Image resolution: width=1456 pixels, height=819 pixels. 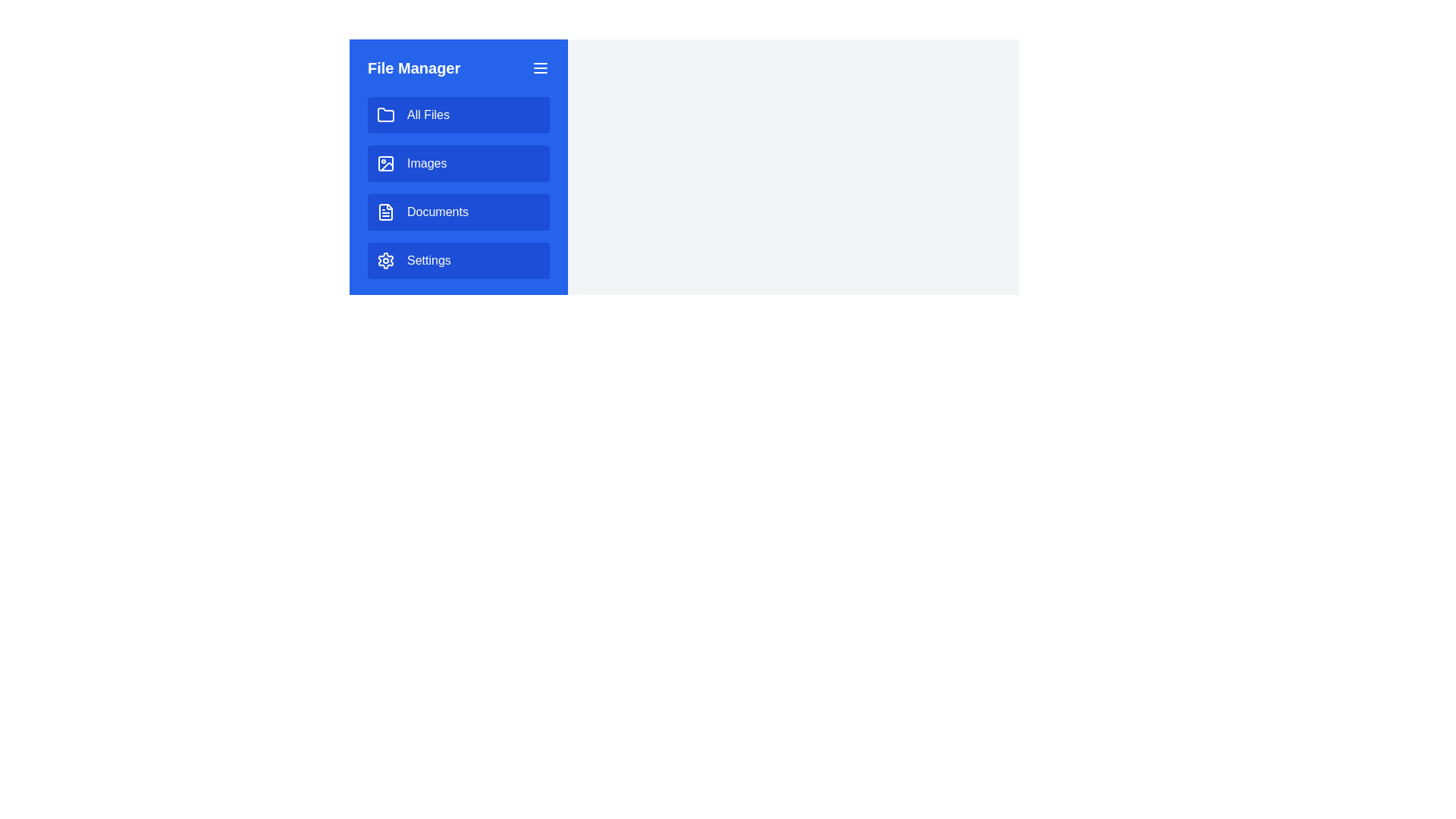 I want to click on the navigation menu item labeled Images, so click(x=457, y=164).